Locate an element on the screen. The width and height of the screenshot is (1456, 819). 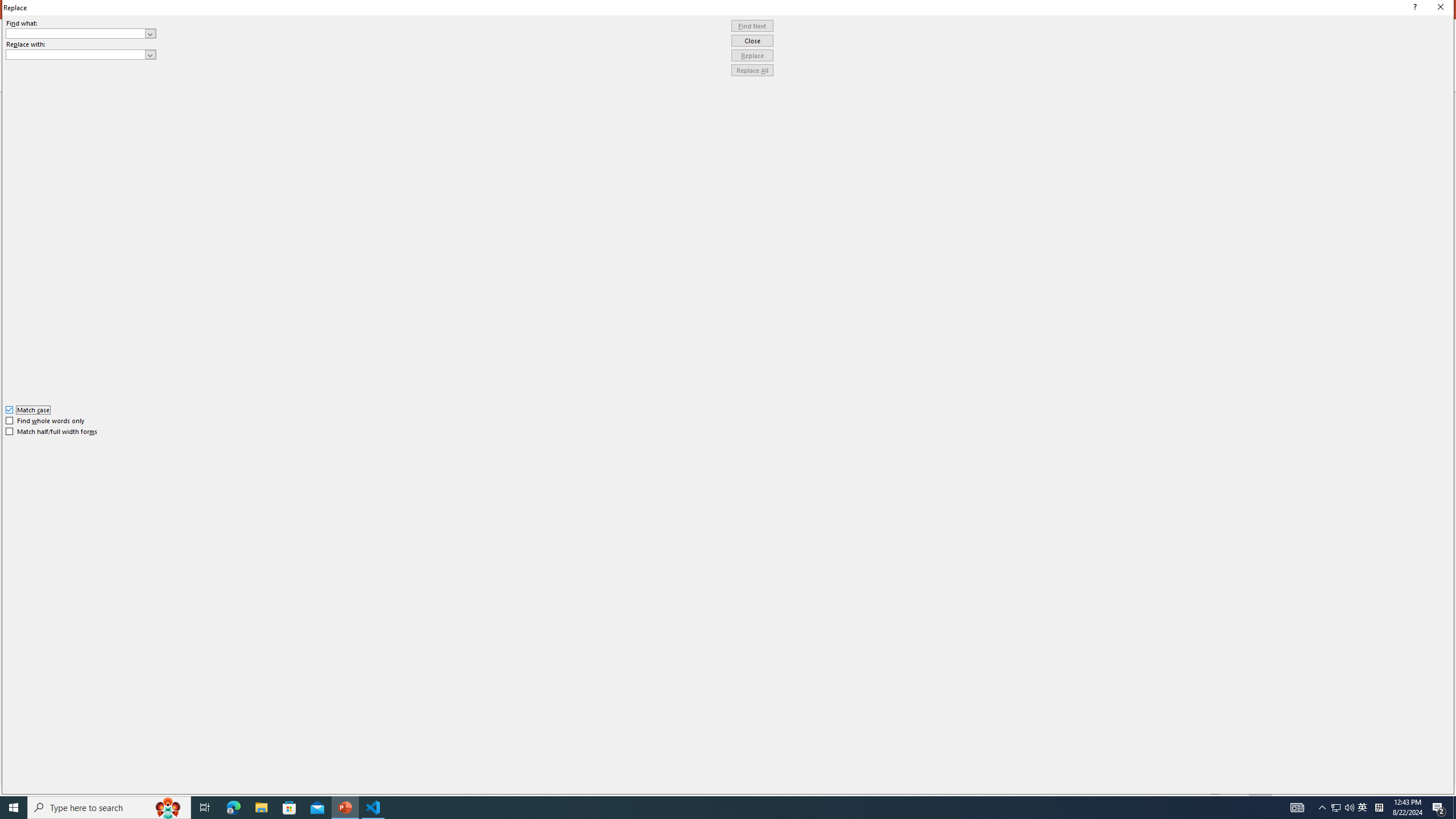
'Replace' is located at coordinates (752, 55).